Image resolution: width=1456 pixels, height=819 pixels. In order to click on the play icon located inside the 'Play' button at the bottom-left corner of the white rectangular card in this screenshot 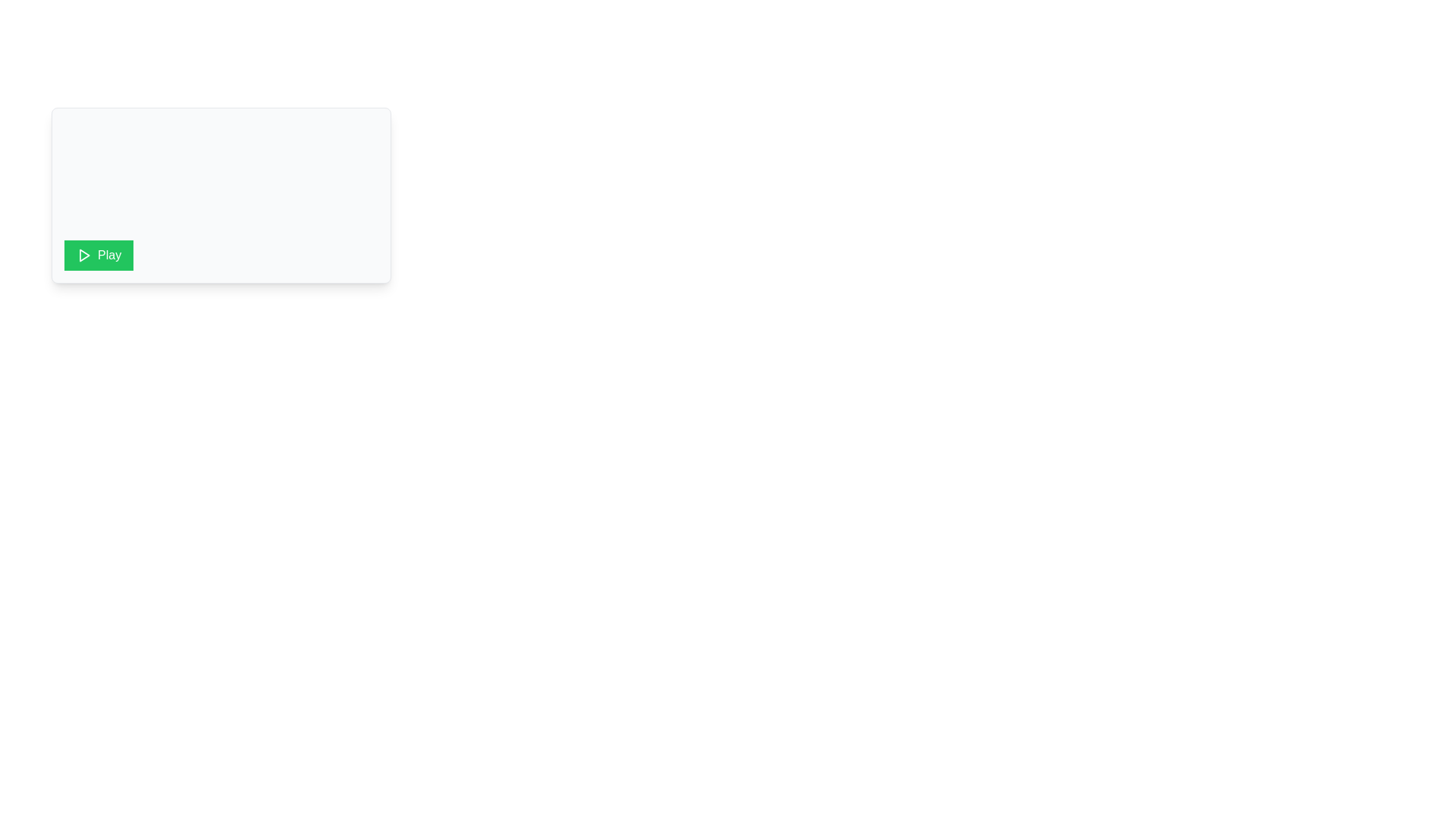, I will do `click(83, 254)`.